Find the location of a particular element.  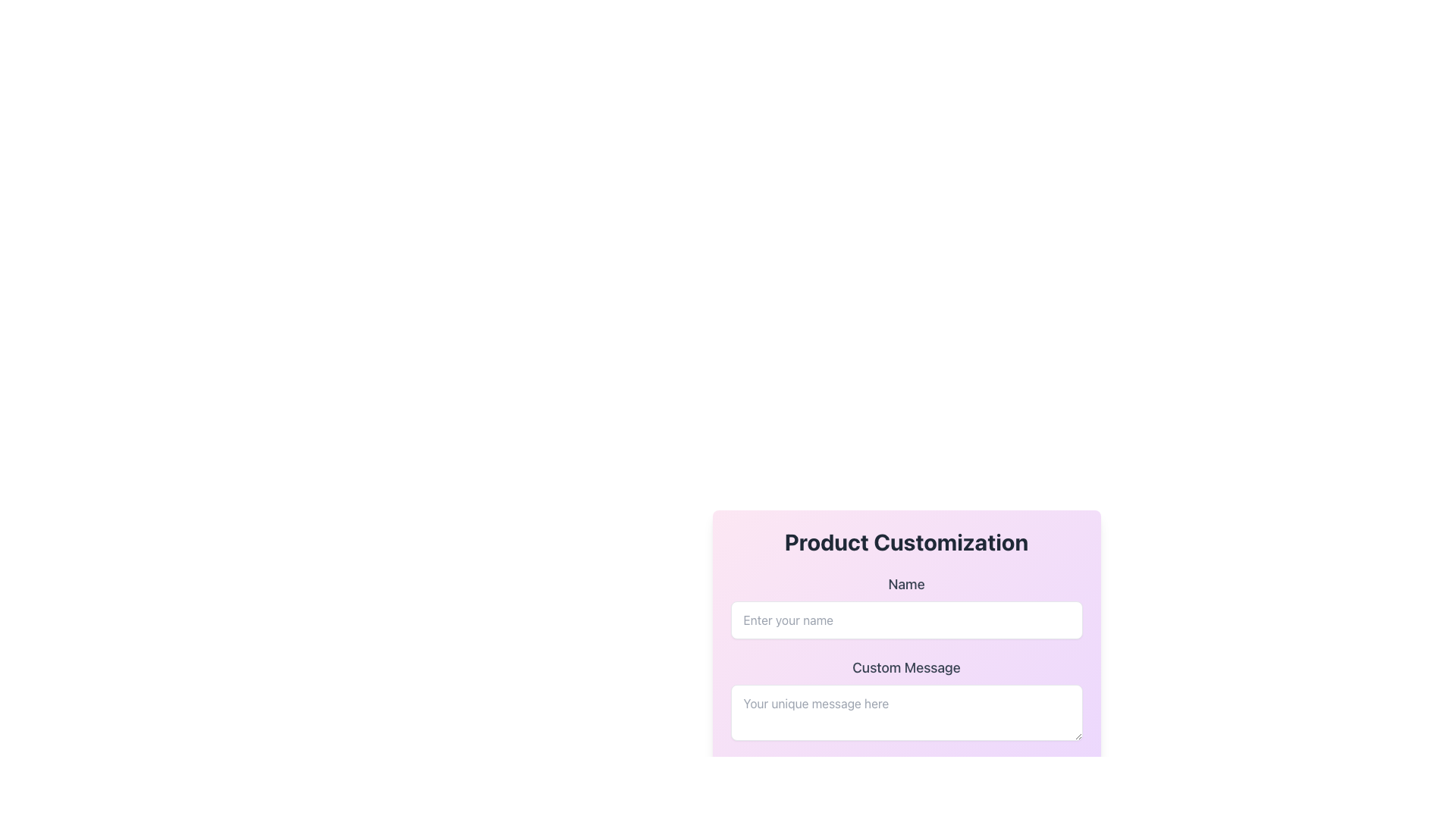

text label 'Name' which is styled with medium weight dark gray font and is positioned above the input field for entering a name in the 'Product Customization' form is located at coordinates (906, 584).